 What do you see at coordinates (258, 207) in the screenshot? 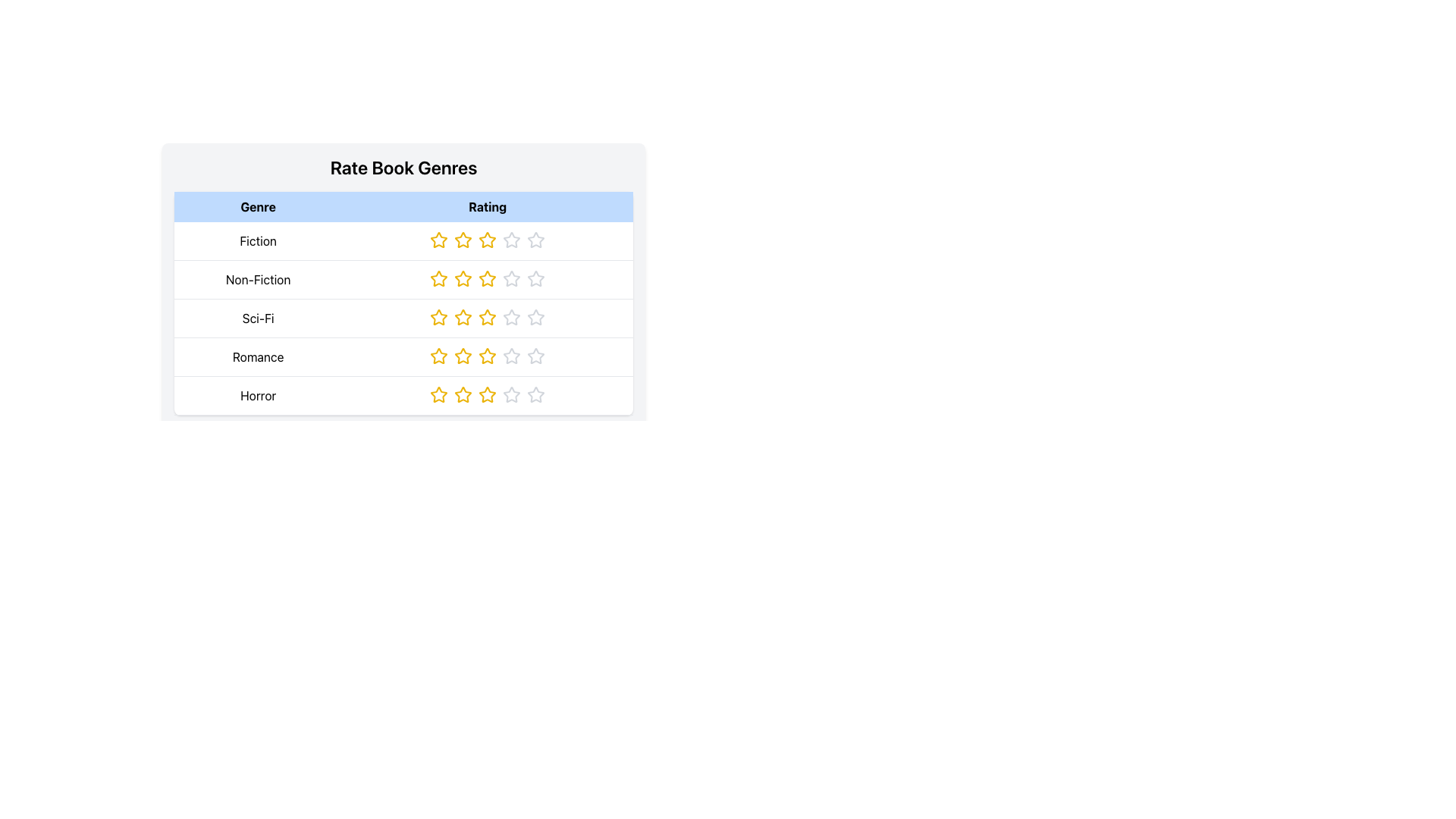
I see `the 'Genre' text label, which is a bold black font on a light blue background, located on the far left of the 'GenreRating' header row` at bounding box center [258, 207].